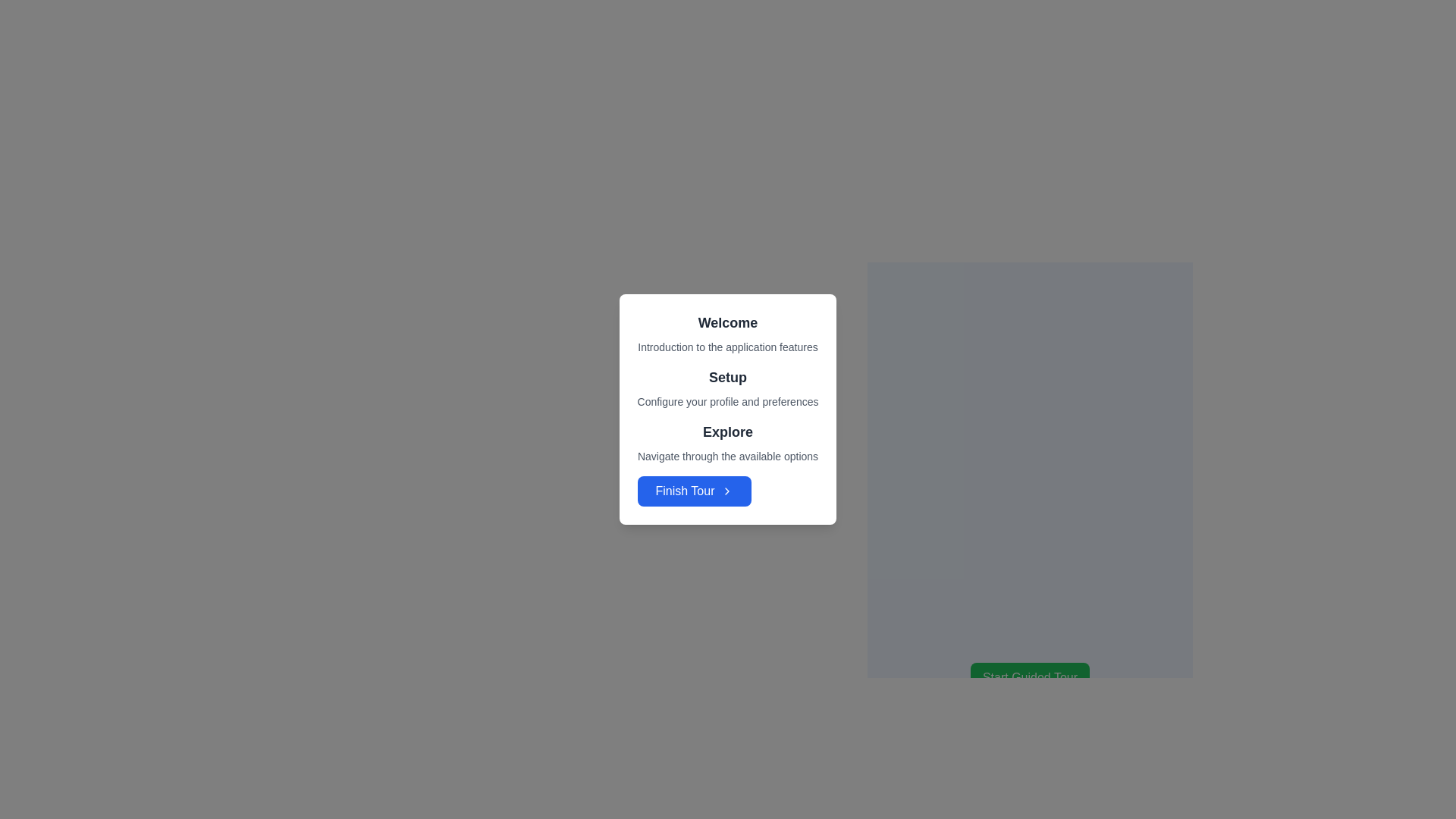 The width and height of the screenshot is (1456, 819). I want to click on the Text Label that provides a descriptive subtitle or explanatory text to the 'Explore' heading, located directly below the bold text 'Explore' and above the 'Finish Tour' button, so click(728, 455).